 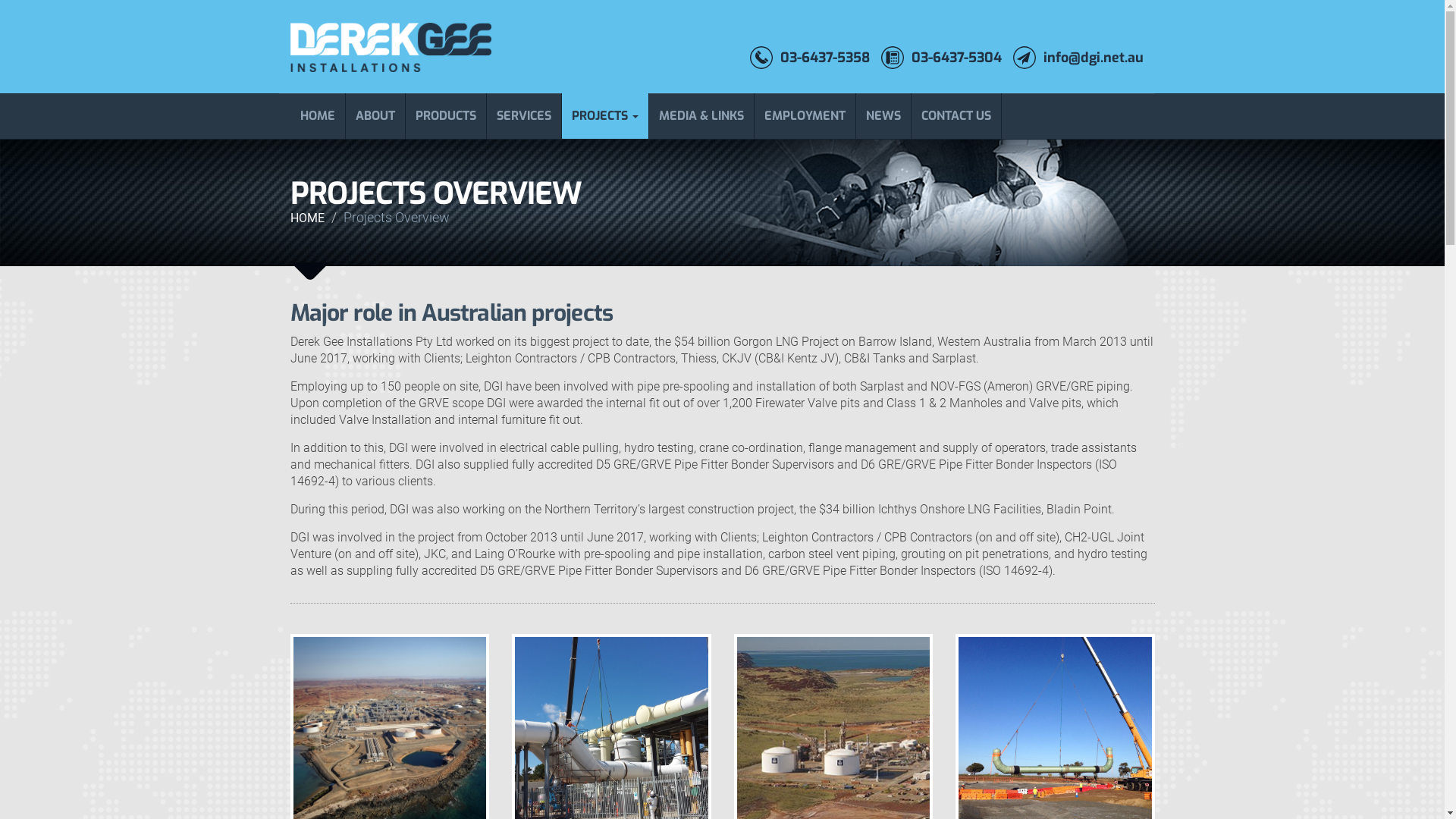 I want to click on 'MEDIA & LINKS', so click(x=701, y=115).